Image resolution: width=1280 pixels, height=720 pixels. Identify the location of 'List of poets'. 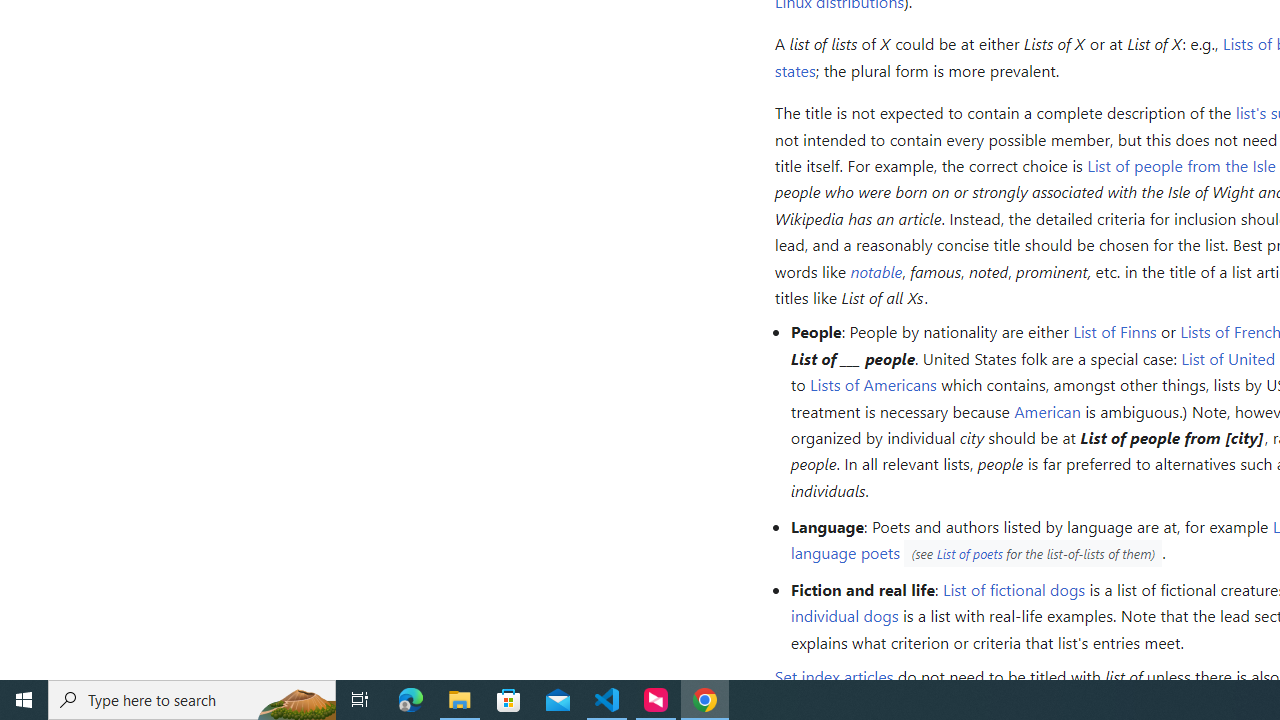
(969, 554).